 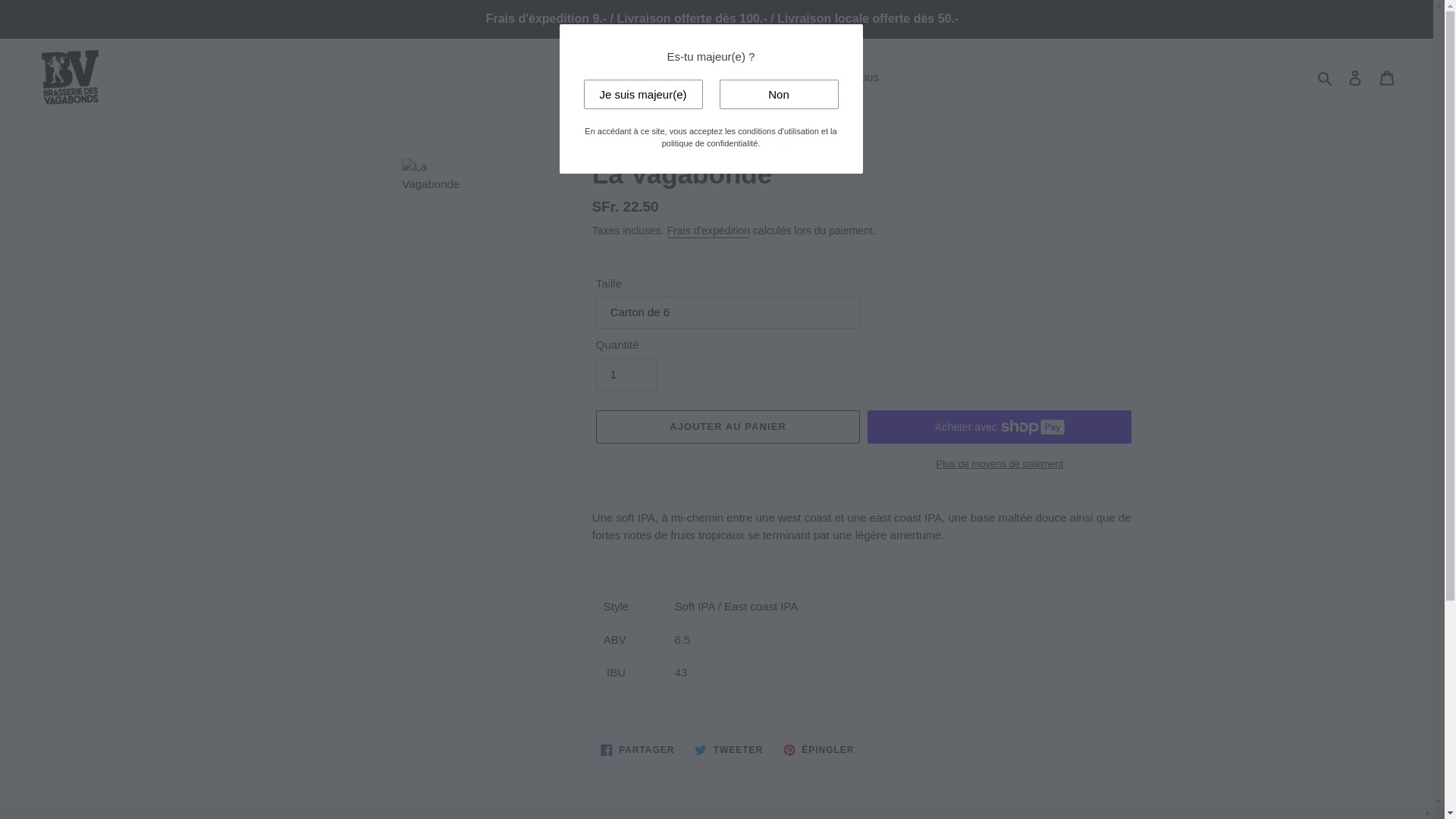 I want to click on 'Se connecter', so click(x=1339, y=77).